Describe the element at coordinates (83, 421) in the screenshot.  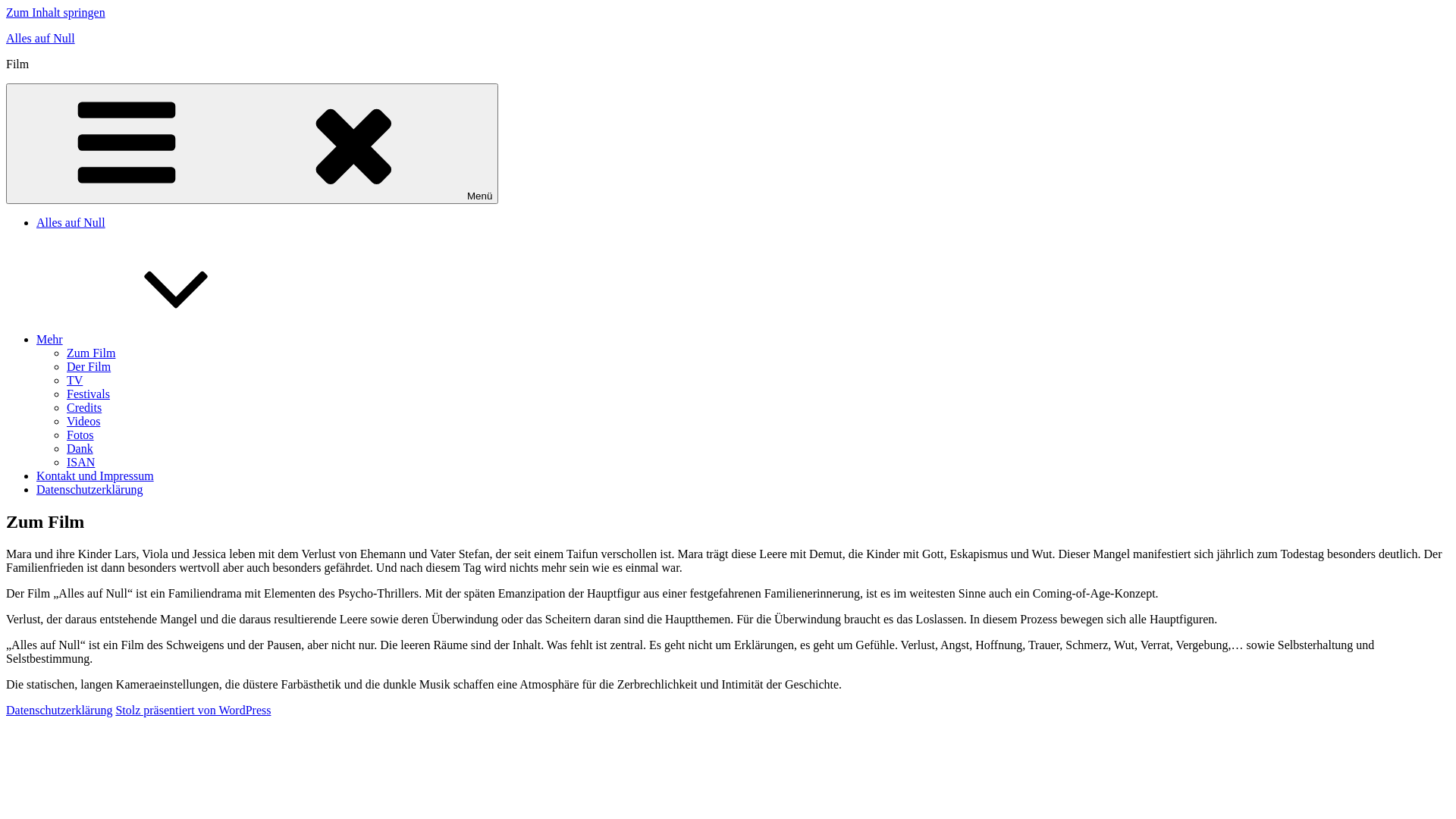
I see `'Videos'` at that location.